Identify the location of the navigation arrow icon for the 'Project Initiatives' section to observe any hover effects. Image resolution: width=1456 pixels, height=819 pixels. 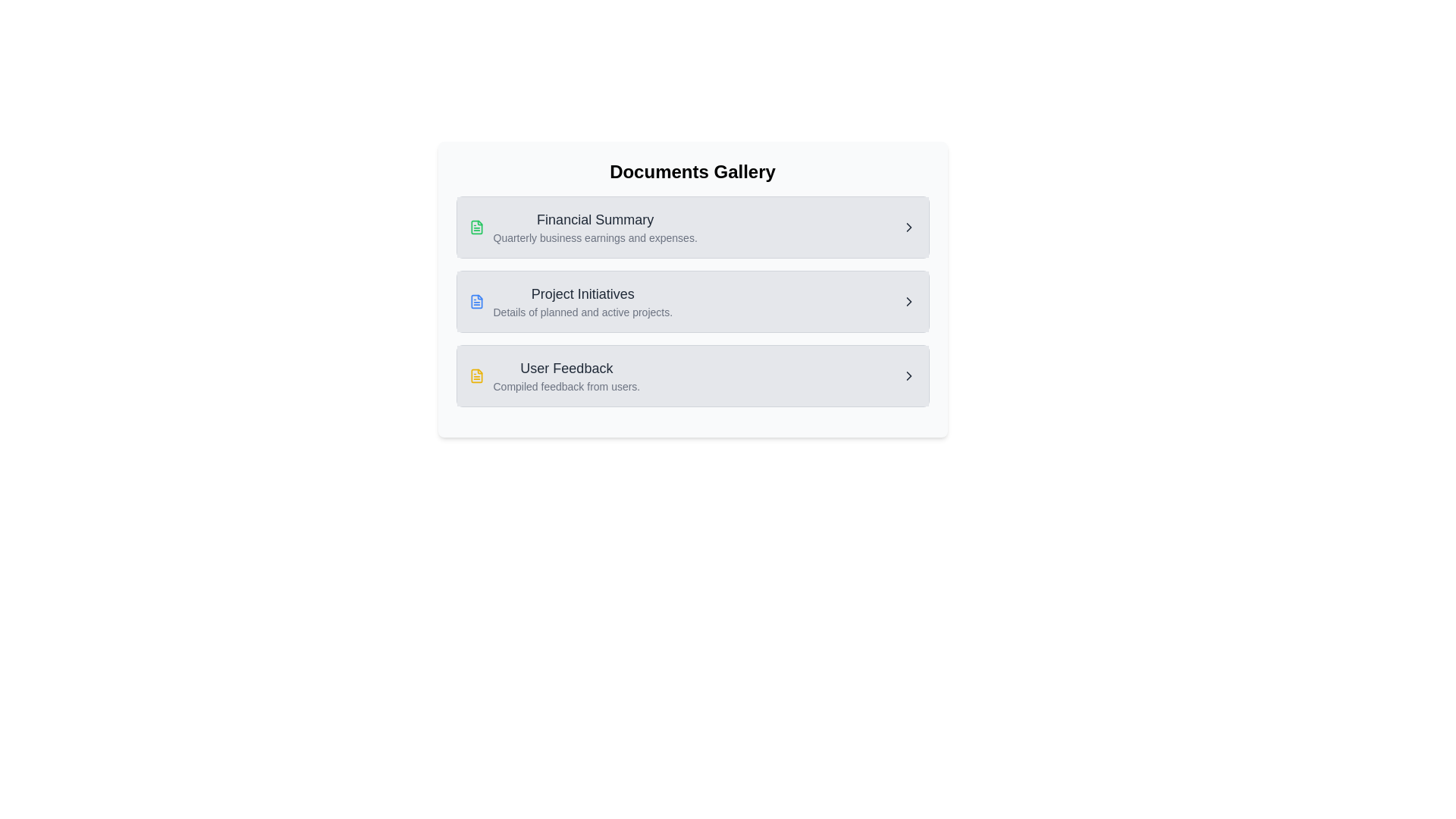
(908, 301).